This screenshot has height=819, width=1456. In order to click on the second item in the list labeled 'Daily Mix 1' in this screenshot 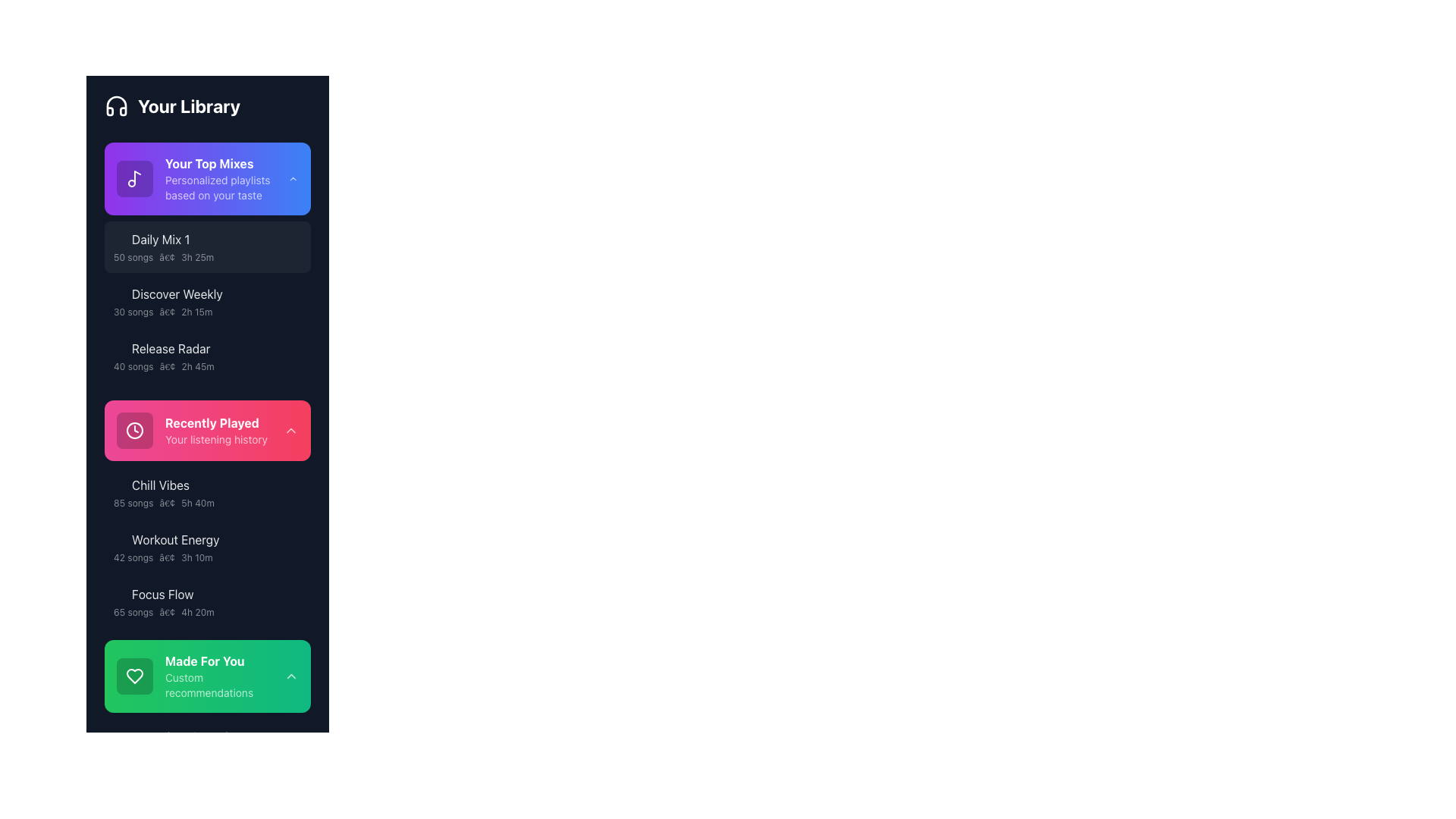, I will do `click(199, 246)`.